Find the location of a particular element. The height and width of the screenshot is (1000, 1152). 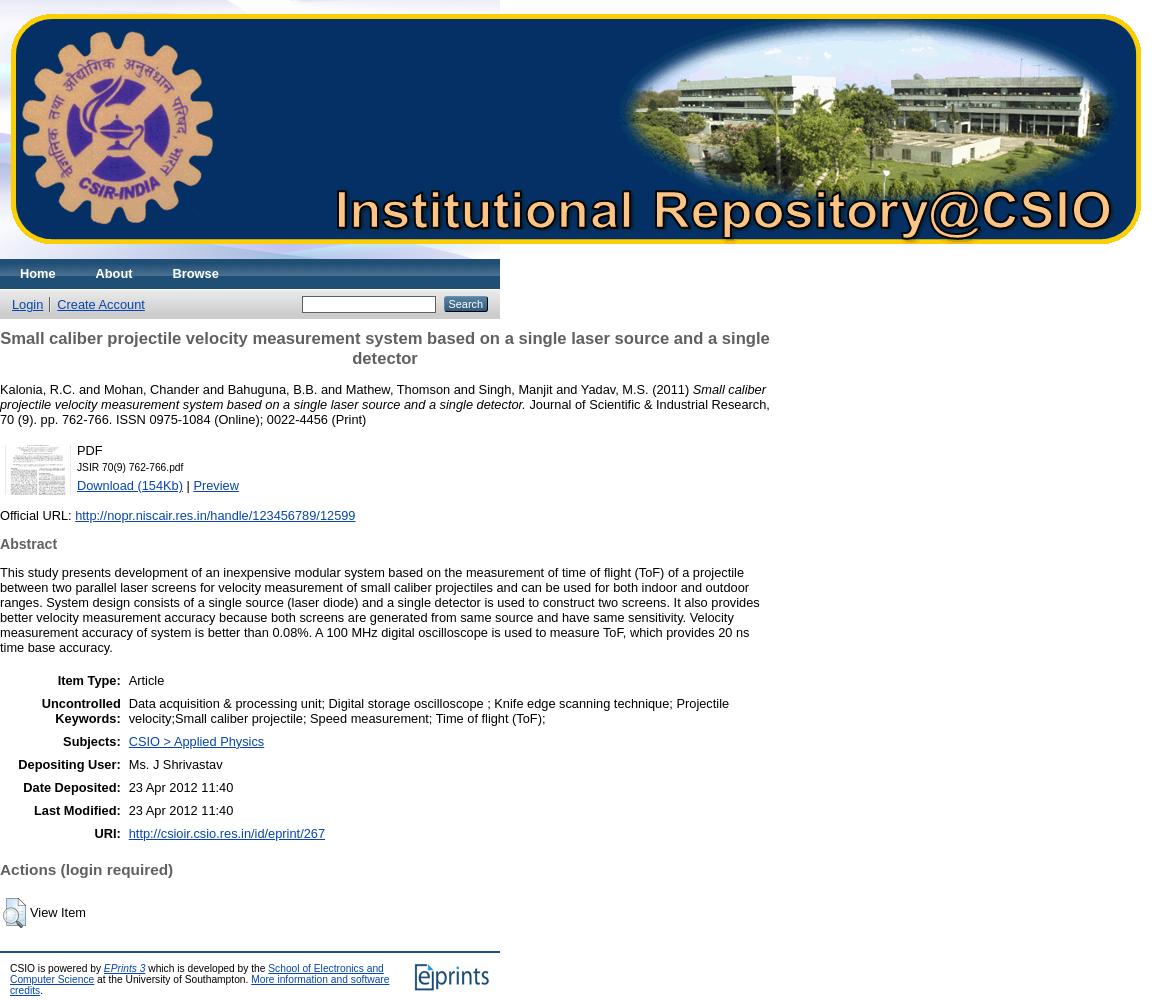

'About' is located at coordinates (112, 273).